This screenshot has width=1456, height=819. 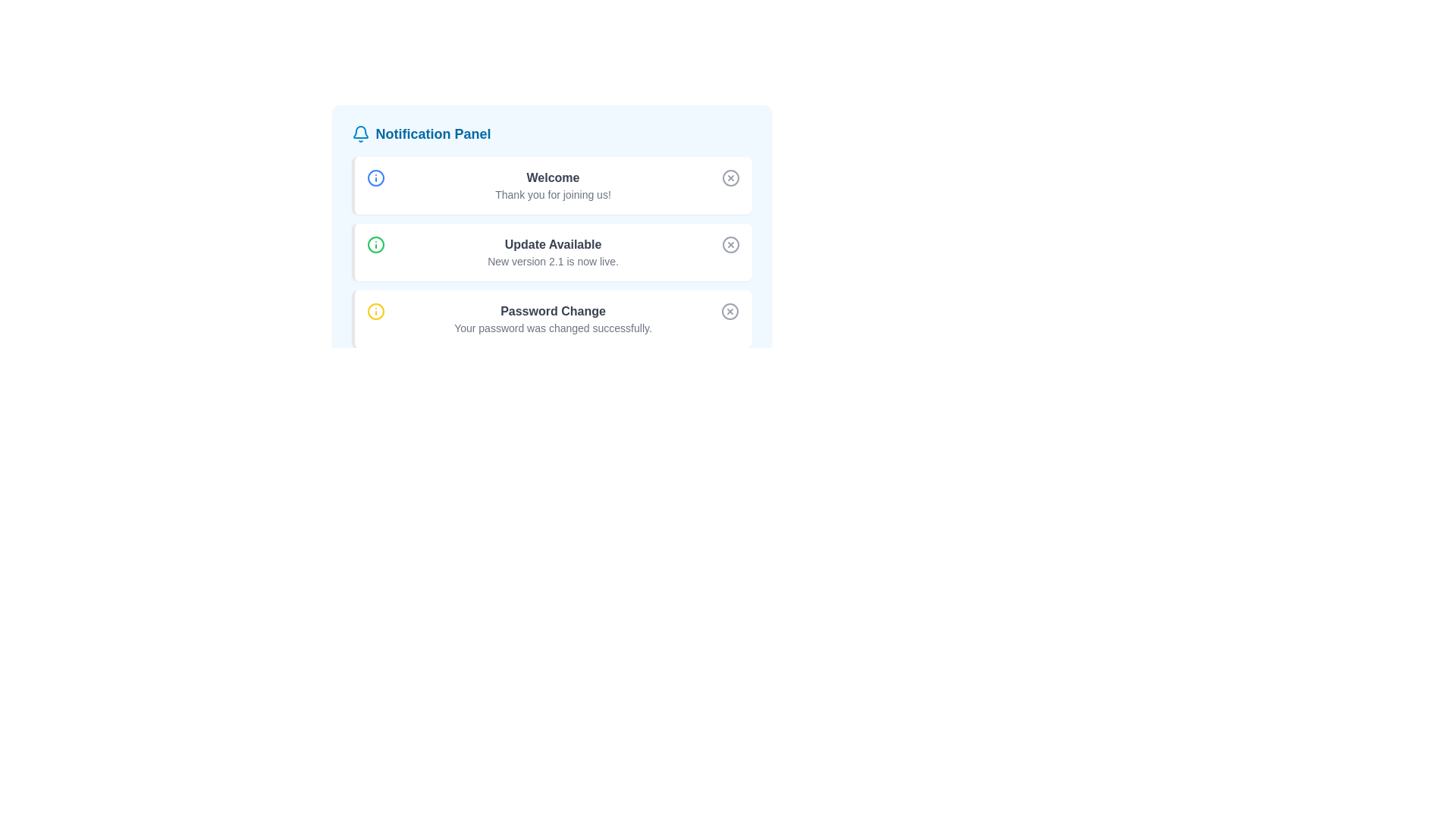 I want to click on the yellow circular graphical element that is part of the information icon in the third notification entry of the Notification Panel, so click(x=375, y=311).